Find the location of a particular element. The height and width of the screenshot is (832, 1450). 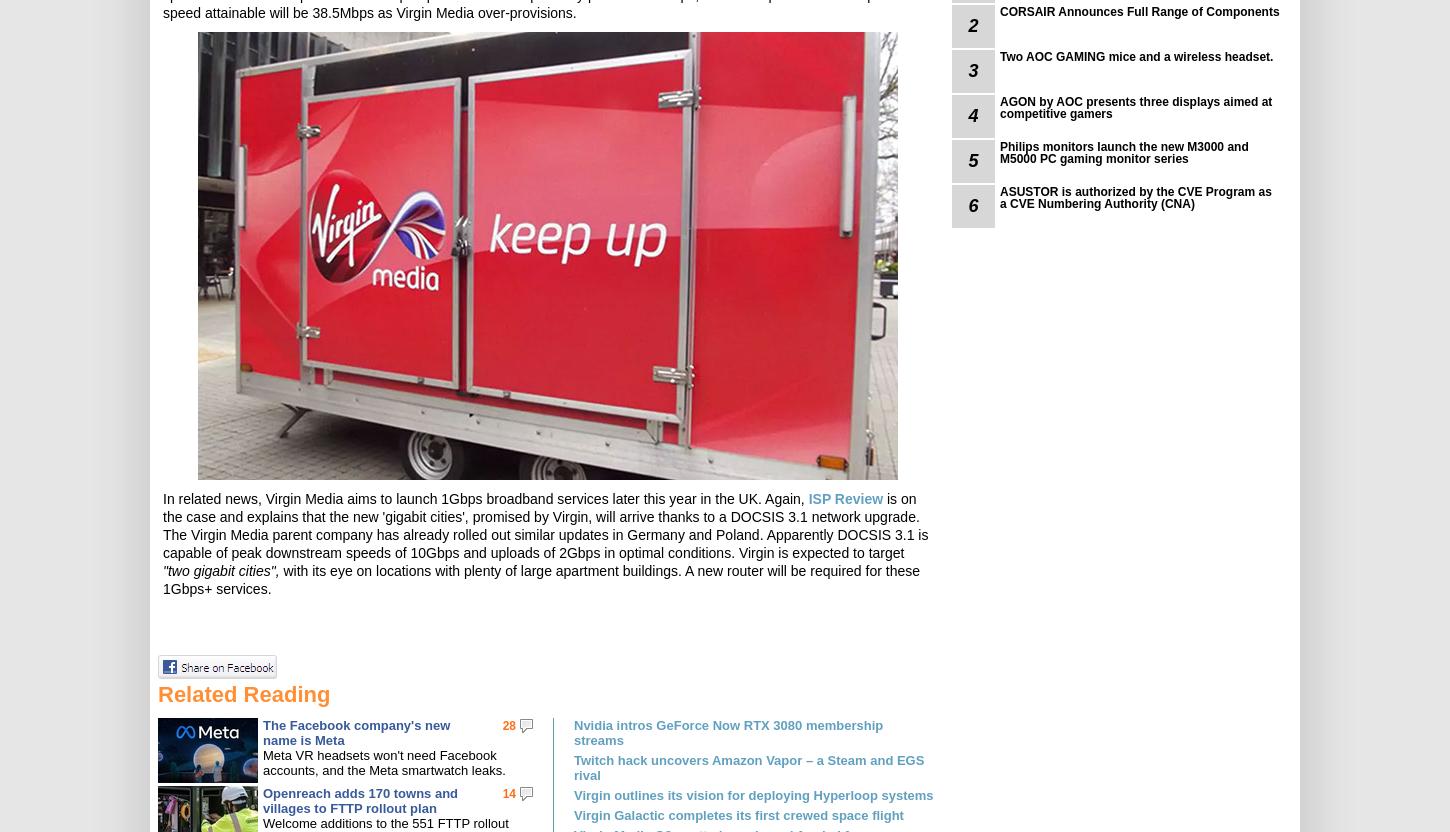

'ASUSTOR is authorized by the CVE Program as a CVE Numbering Authority (CNA)' is located at coordinates (1134, 197).